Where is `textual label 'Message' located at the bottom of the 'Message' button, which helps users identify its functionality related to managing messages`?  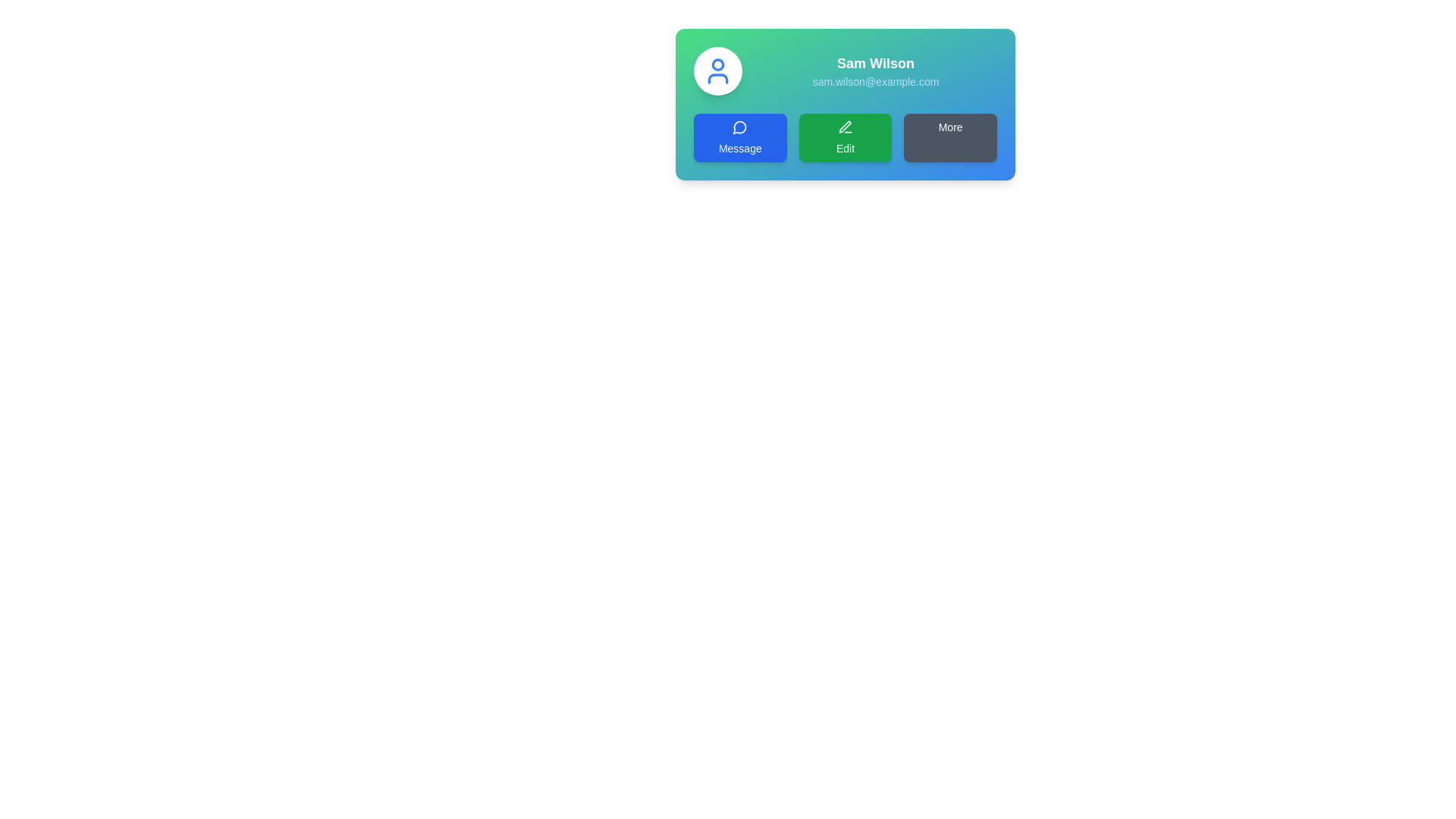 textual label 'Message' located at the bottom of the 'Message' button, which helps users identify its functionality related to managing messages is located at coordinates (740, 149).